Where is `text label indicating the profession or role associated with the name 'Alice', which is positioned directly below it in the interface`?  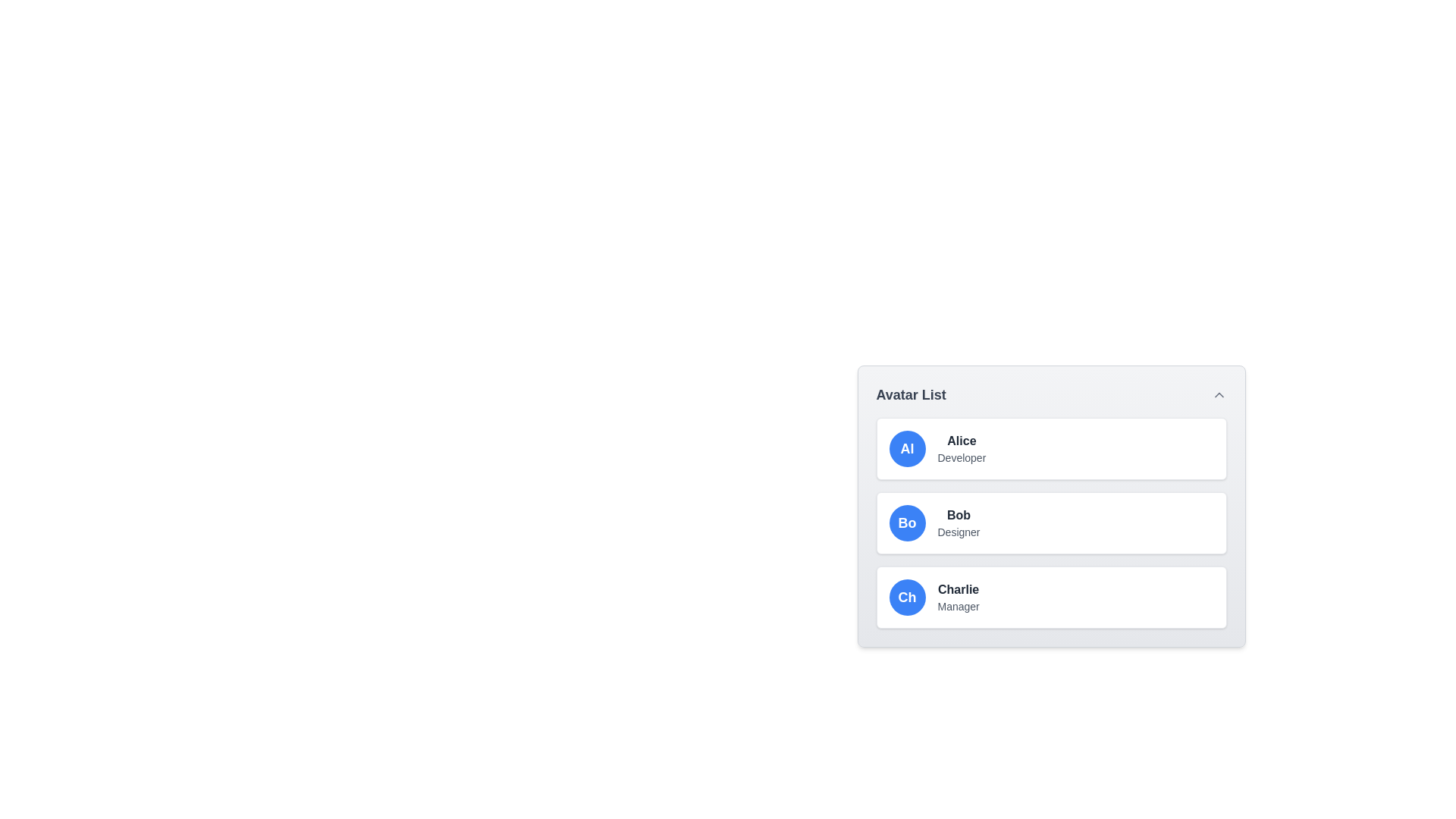
text label indicating the profession or role associated with the name 'Alice', which is positioned directly below it in the interface is located at coordinates (961, 457).